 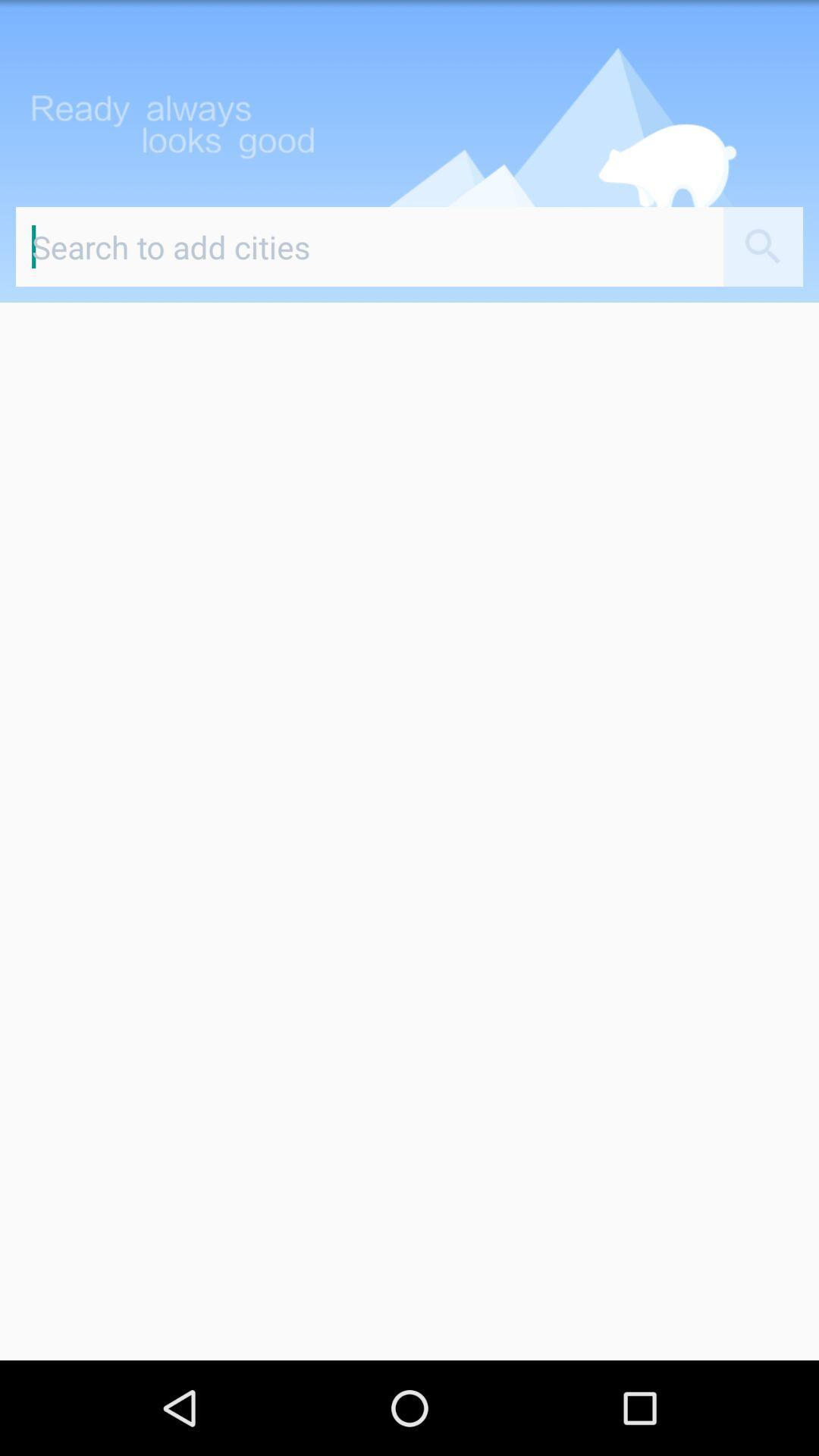 What do you see at coordinates (369, 246) in the screenshot?
I see `search` at bounding box center [369, 246].